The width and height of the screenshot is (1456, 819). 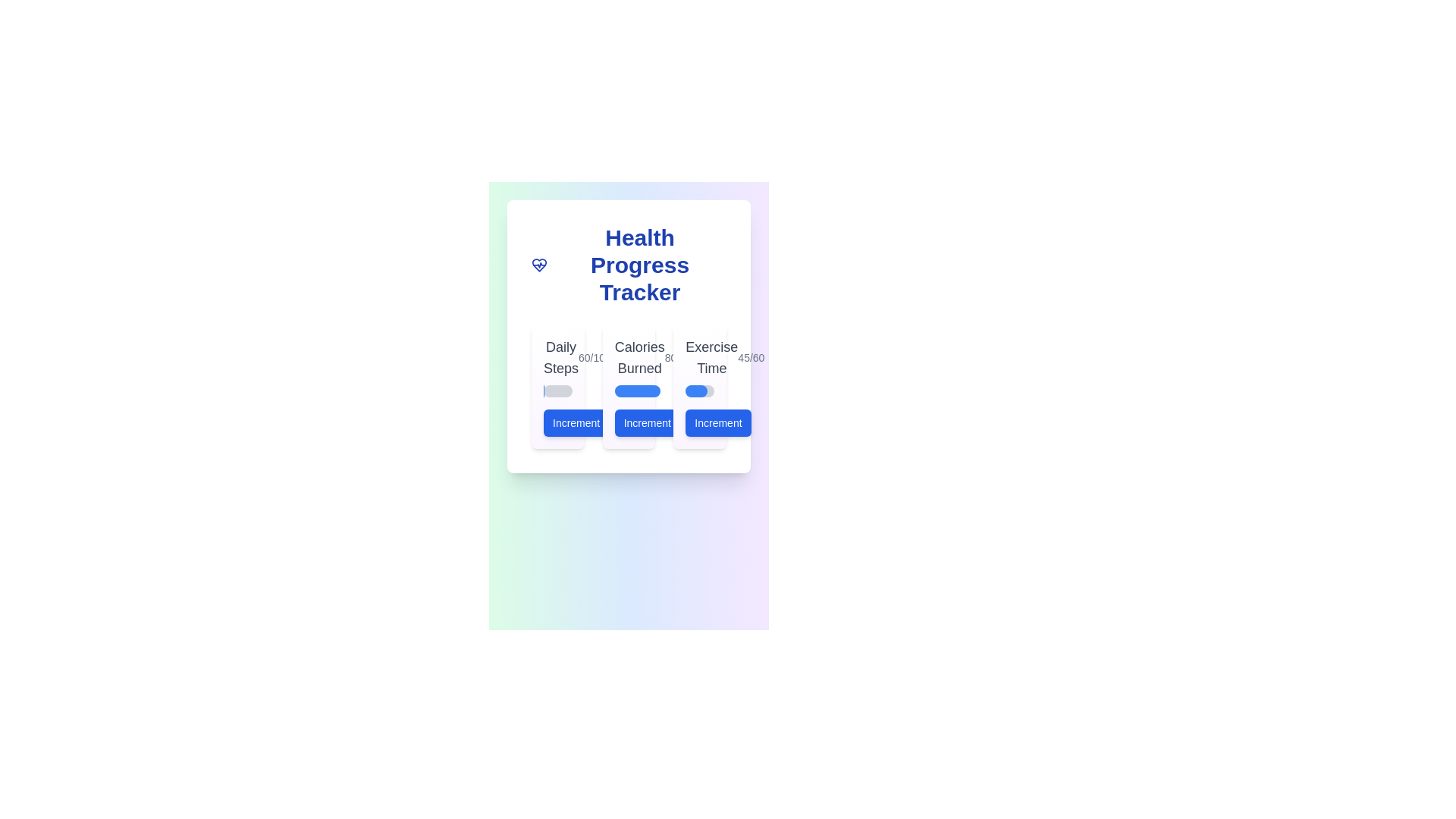 What do you see at coordinates (629, 423) in the screenshot?
I see `the second 'Increment' button with a blue background and white text, located in the 'Calories Burned' section, to observe the hover effects` at bounding box center [629, 423].